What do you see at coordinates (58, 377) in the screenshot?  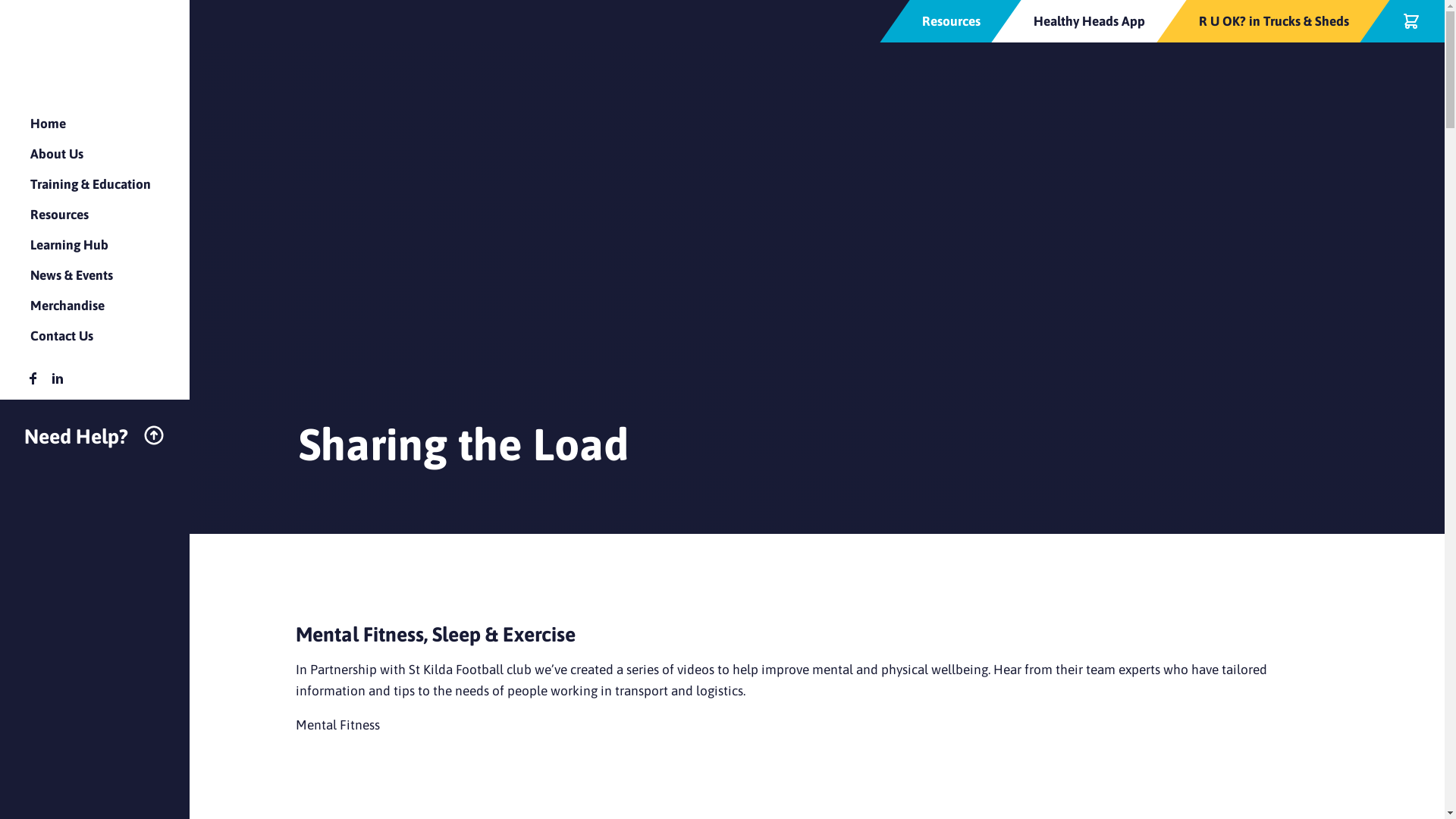 I see `'HealthyHeads Linkedin'` at bounding box center [58, 377].